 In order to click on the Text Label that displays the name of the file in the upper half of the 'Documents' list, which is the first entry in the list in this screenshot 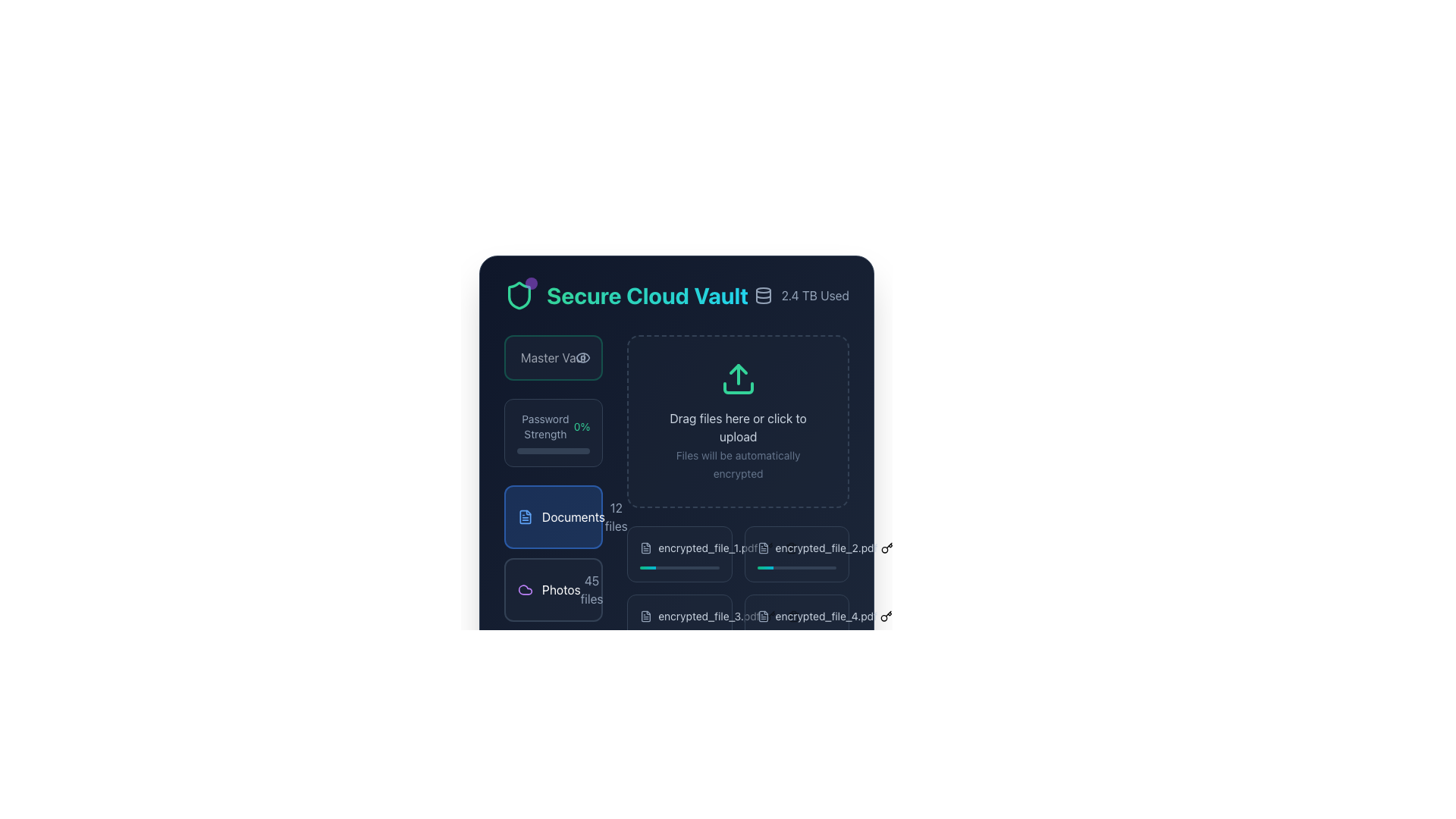, I will do `click(679, 548)`.